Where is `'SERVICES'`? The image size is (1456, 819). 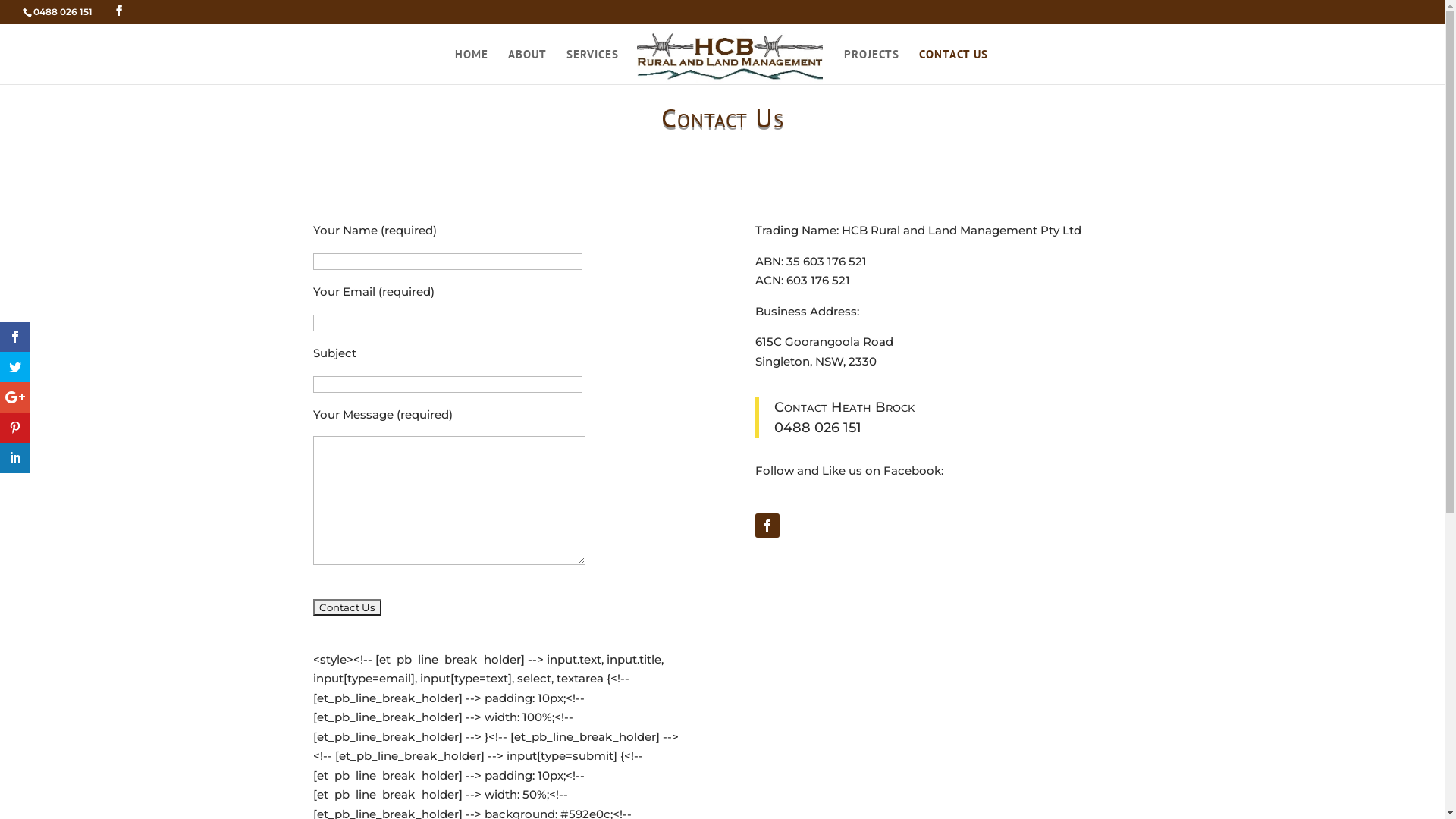
'SERVICES' is located at coordinates (591, 58).